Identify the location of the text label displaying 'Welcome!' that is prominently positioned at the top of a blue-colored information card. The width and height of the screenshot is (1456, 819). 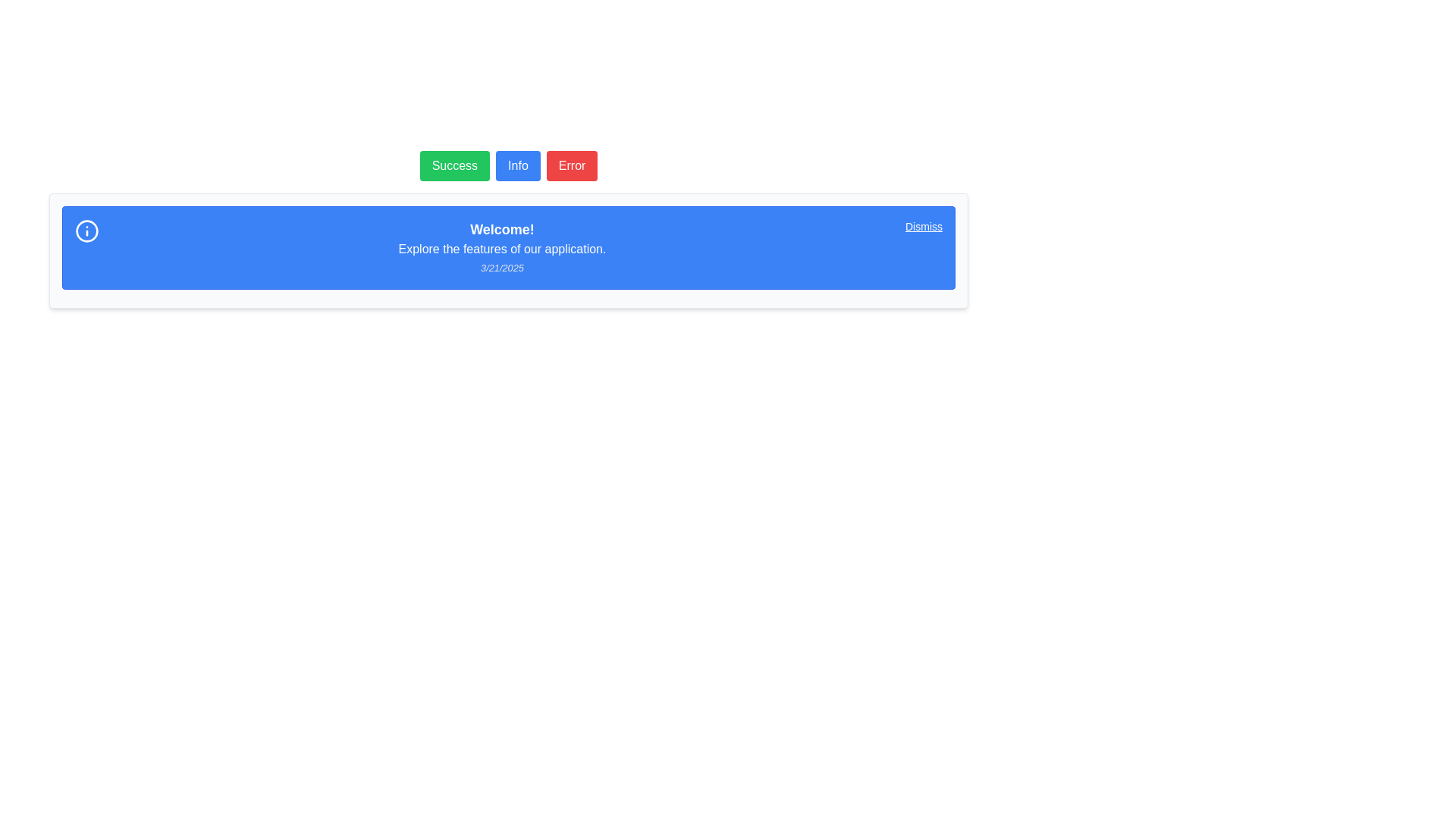
(502, 230).